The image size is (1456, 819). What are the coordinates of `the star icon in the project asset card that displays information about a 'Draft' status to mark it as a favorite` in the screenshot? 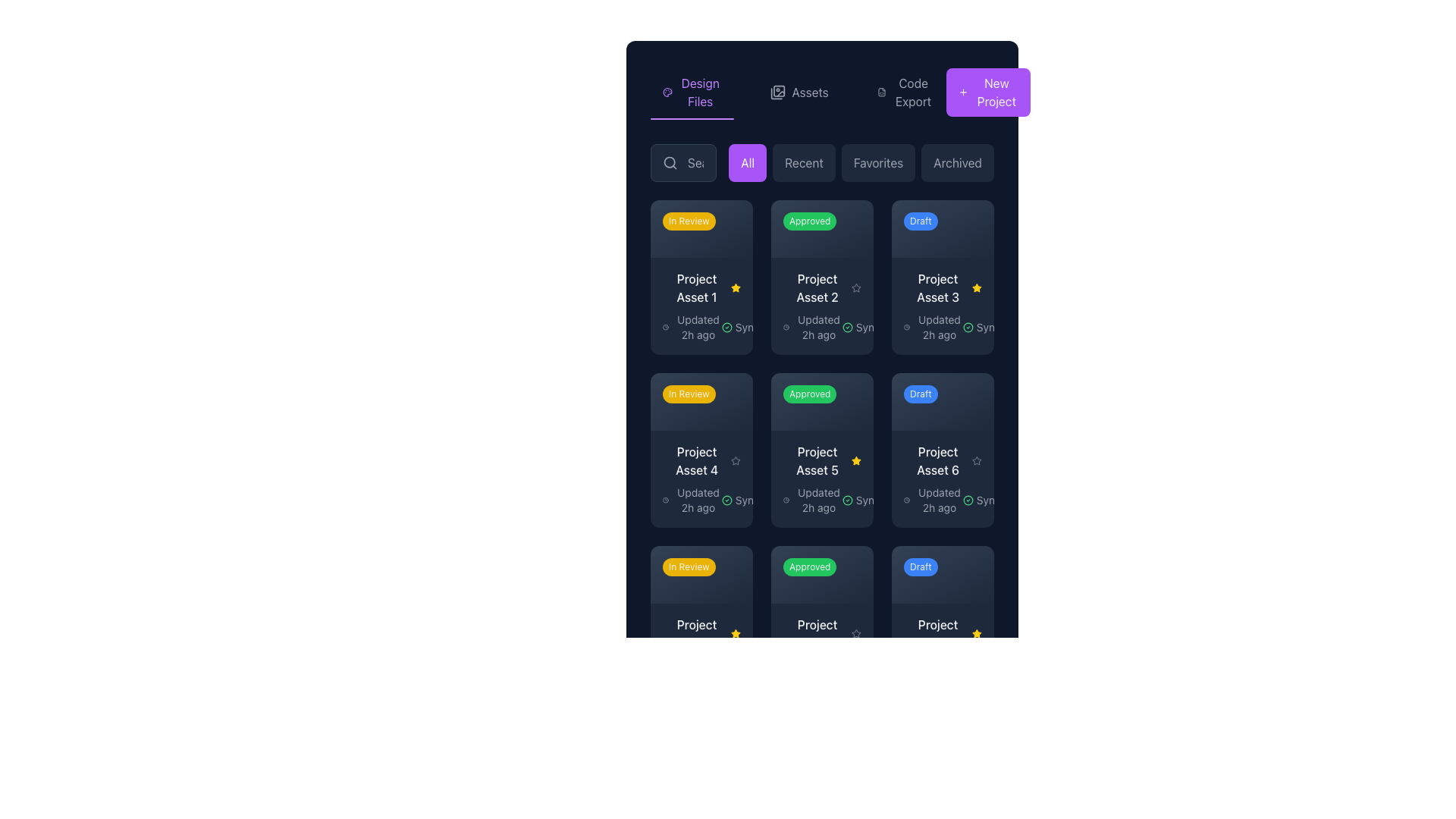 It's located at (942, 449).